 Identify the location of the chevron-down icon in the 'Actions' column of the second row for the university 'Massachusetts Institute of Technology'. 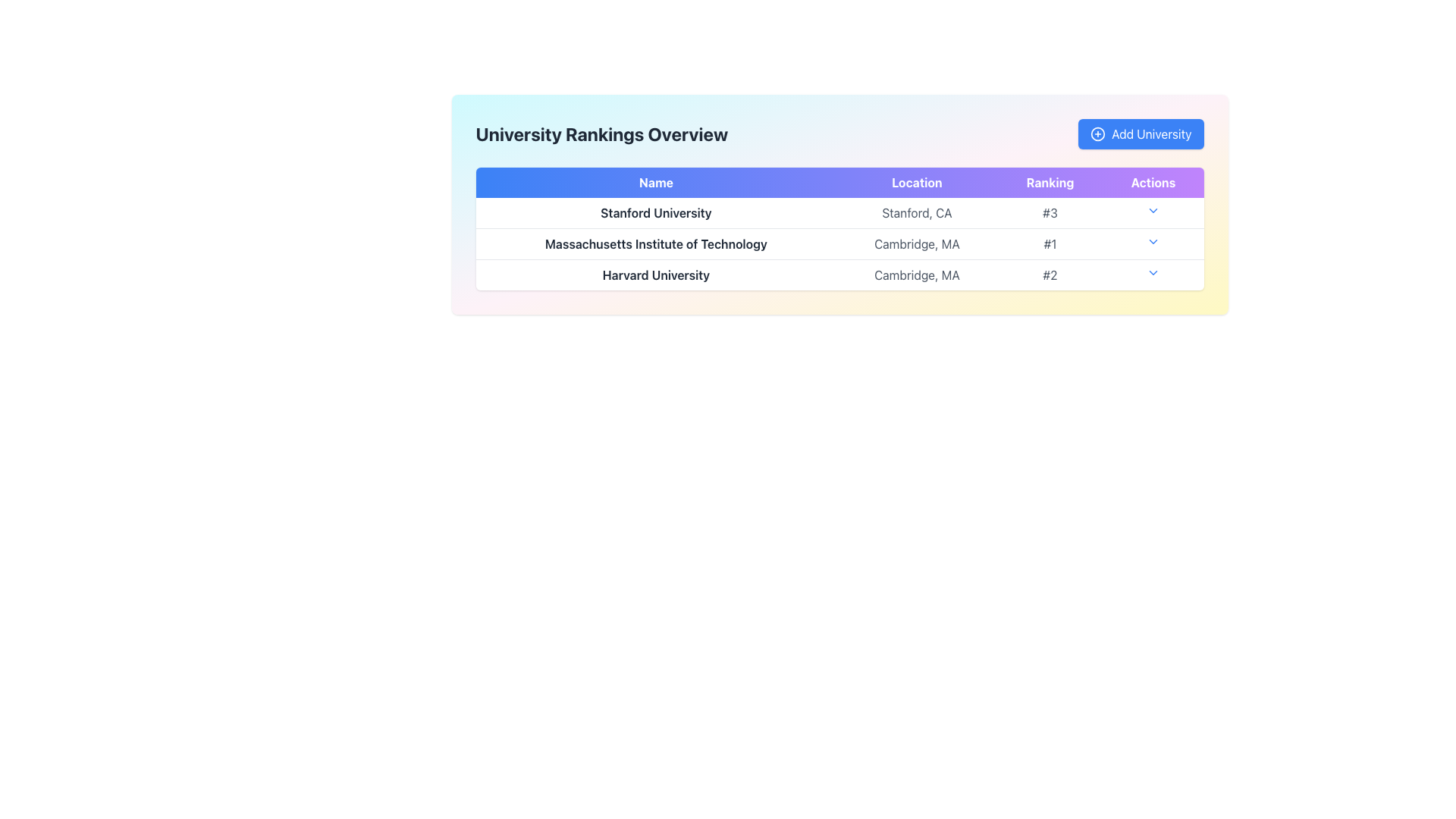
(1153, 241).